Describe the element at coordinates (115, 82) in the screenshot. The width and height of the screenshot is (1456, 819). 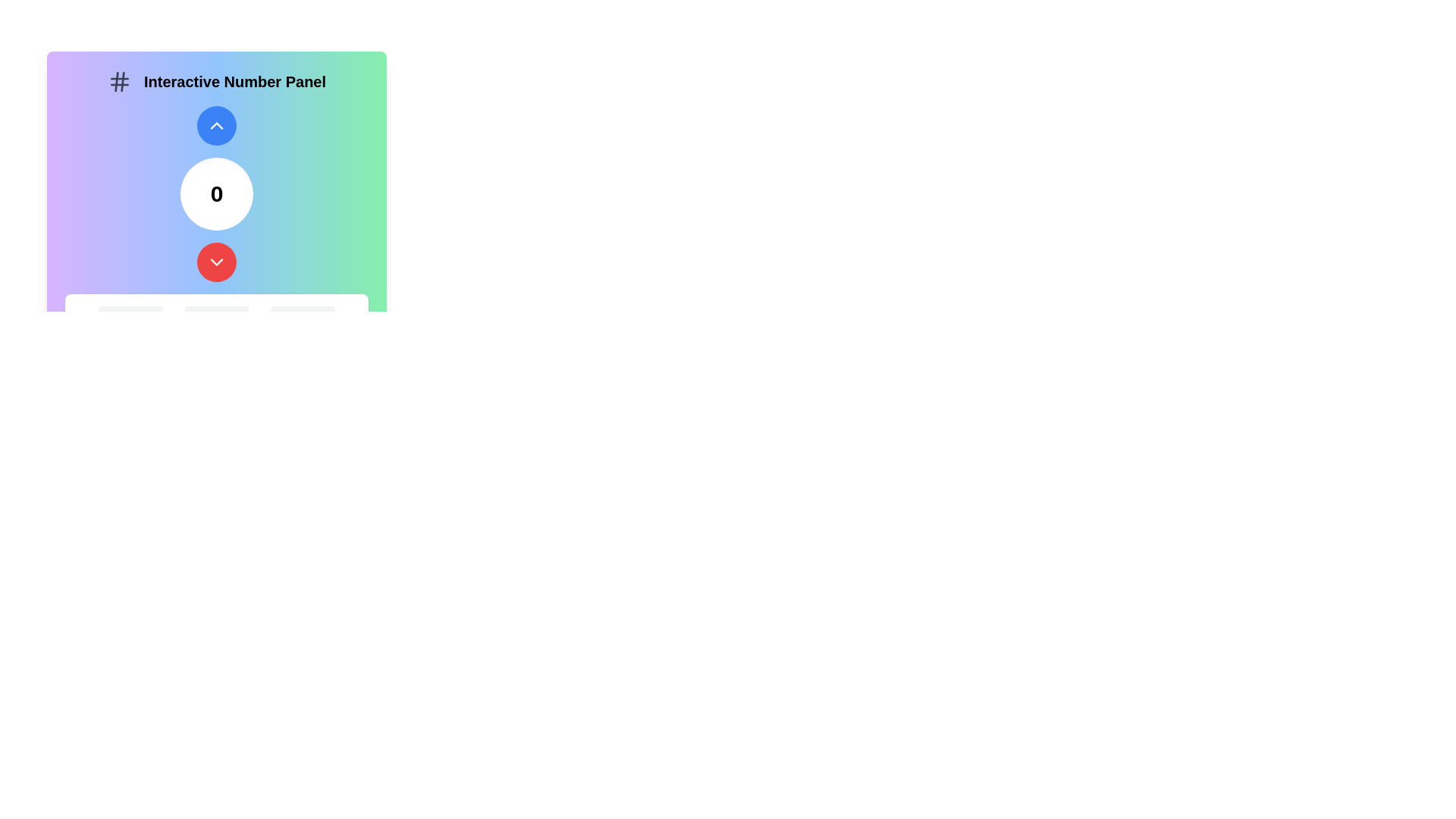
I see `the second vertical line of the hash (#) symbol within the SVG graphic, which is centrally aligned and slightly offset to the right from the first line` at that location.